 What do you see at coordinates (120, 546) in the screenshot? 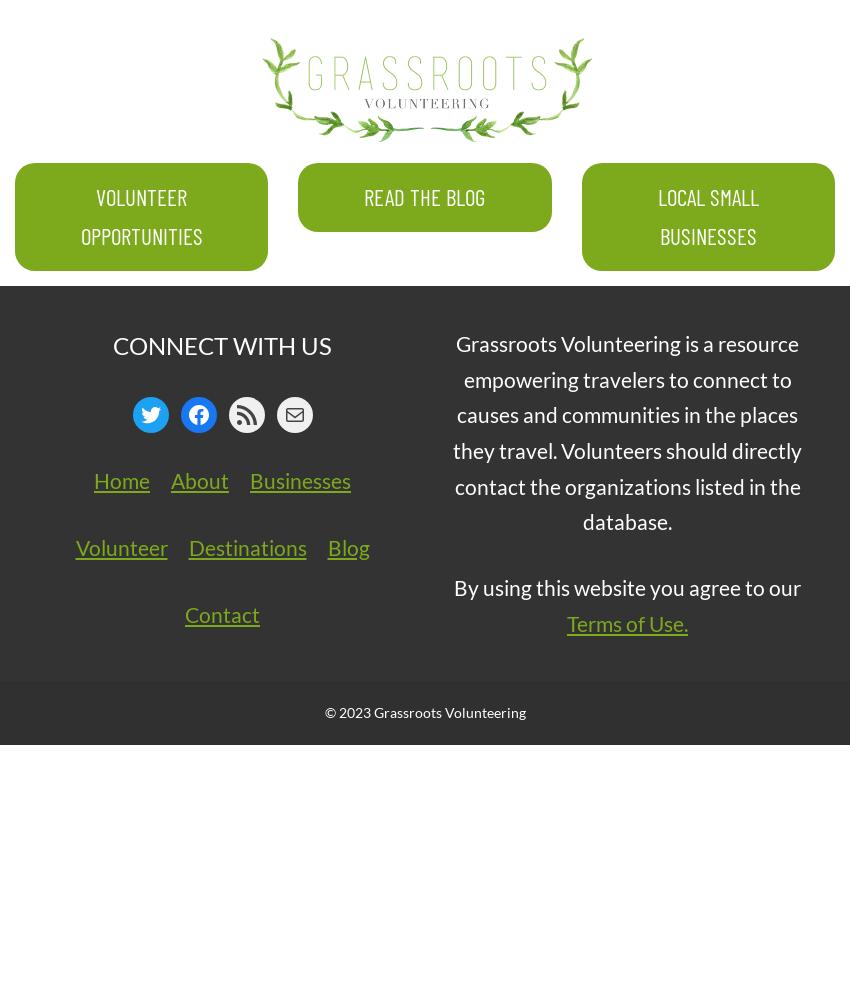
I see `'Volunteer'` at bounding box center [120, 546].